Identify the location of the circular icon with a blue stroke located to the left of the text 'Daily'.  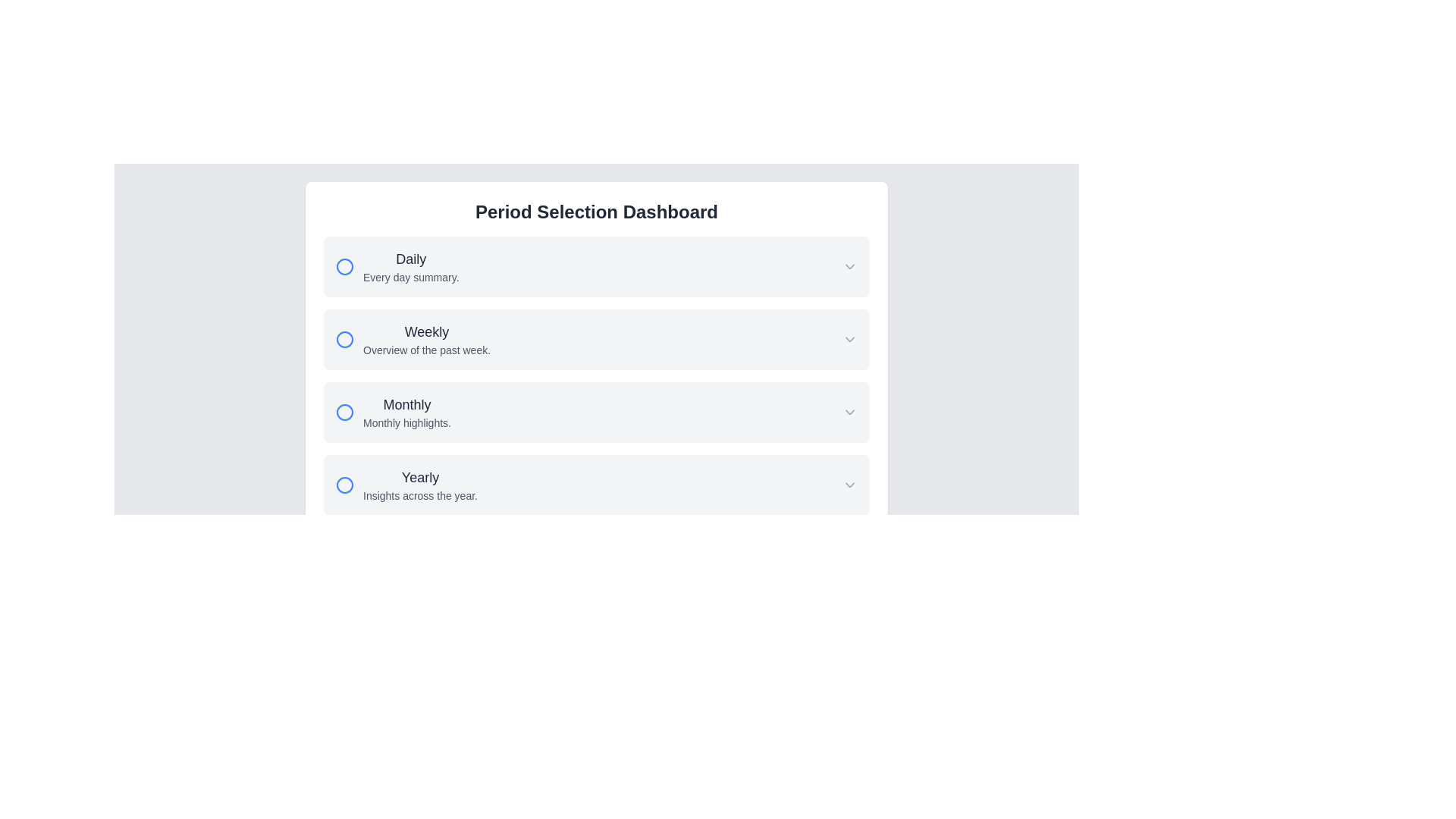
(344, 265).